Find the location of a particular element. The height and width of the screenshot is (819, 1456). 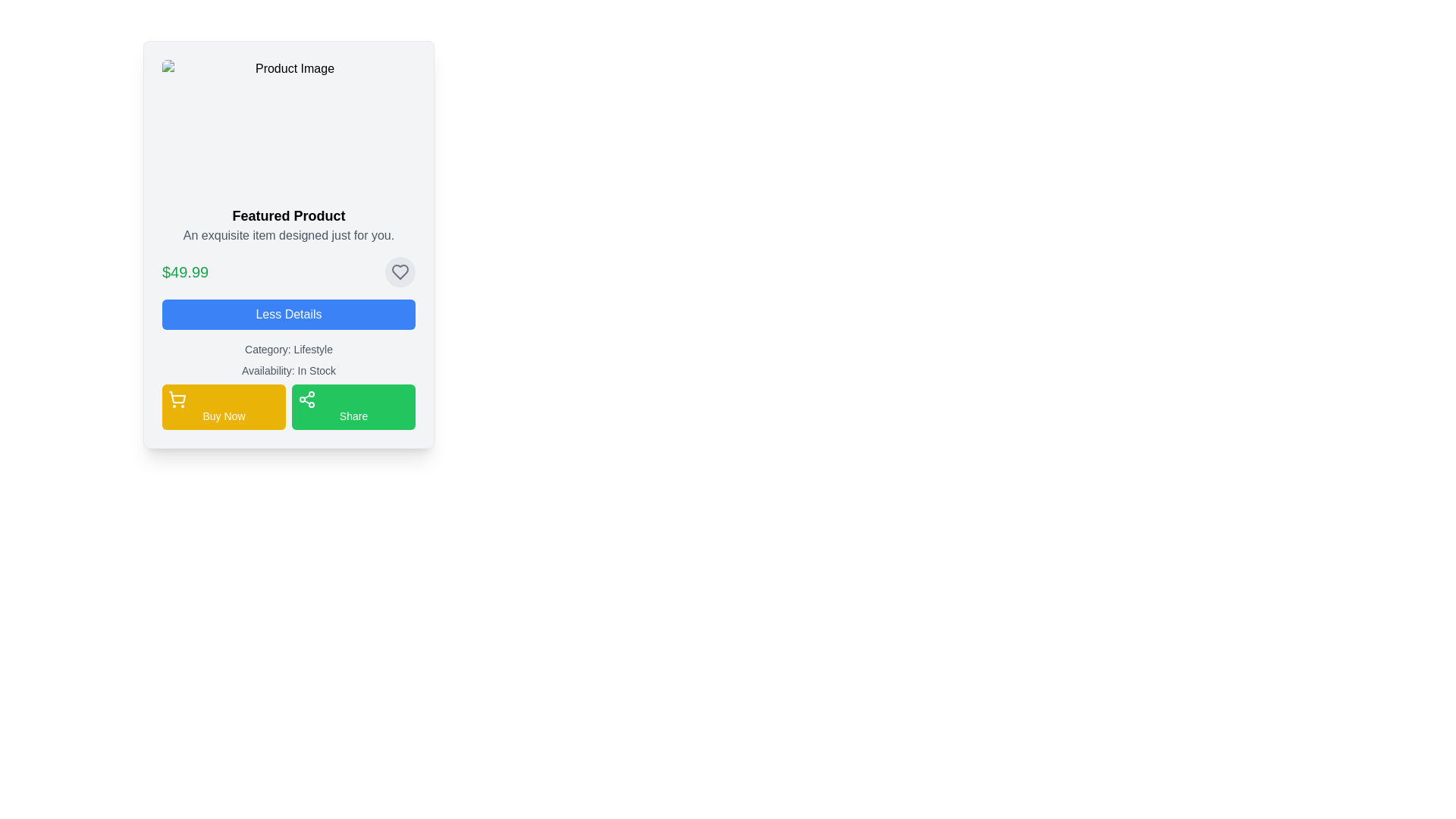

the Text Label that serves as a heading or title for the product displayed in the card, located immediately below the product image and above the description text is located at coordinates (288, 216).